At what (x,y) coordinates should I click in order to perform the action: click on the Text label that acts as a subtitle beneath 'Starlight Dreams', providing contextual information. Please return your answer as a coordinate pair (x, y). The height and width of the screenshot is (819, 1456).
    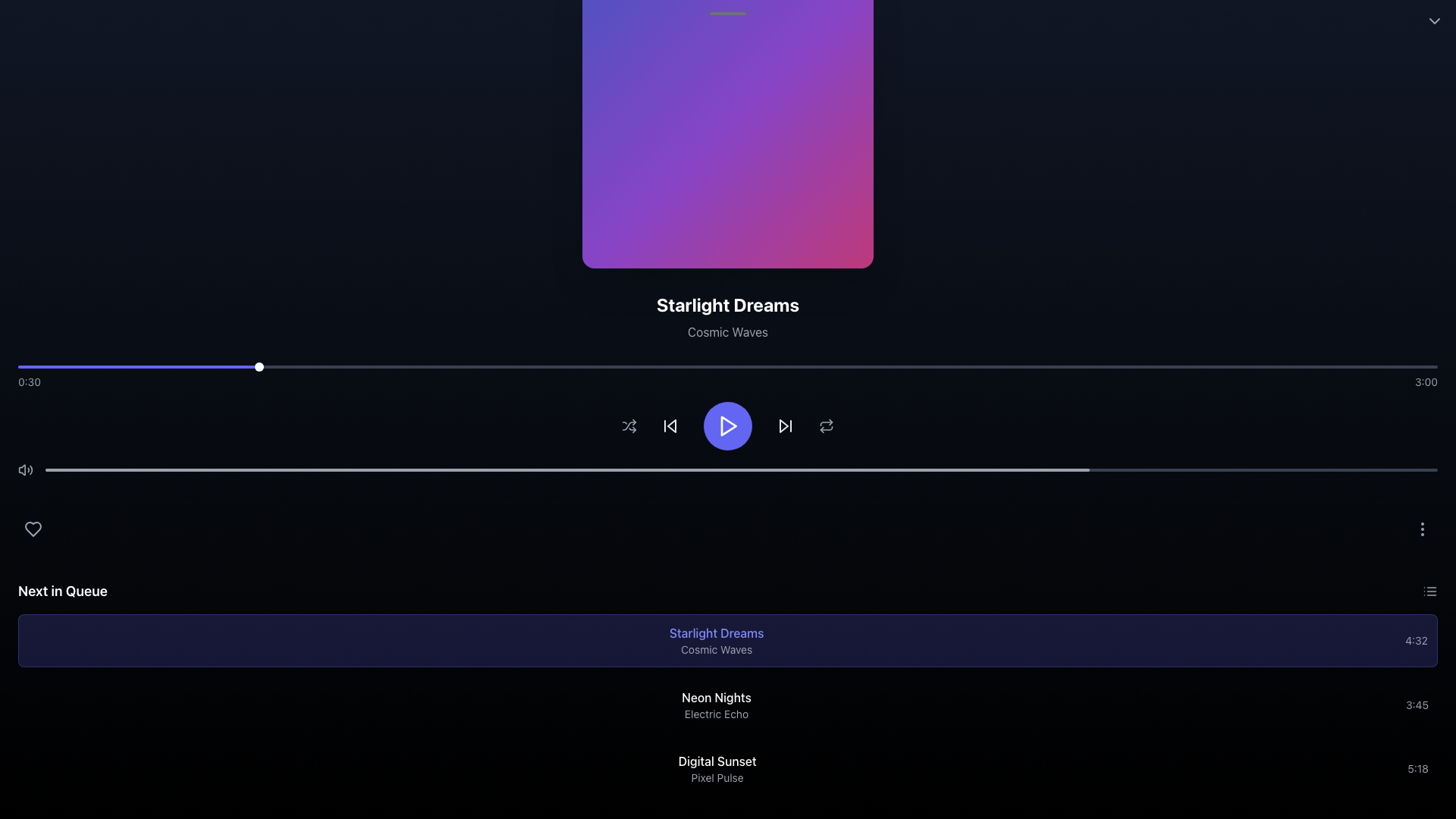
    Looking at the image, I should click on (728, 331).